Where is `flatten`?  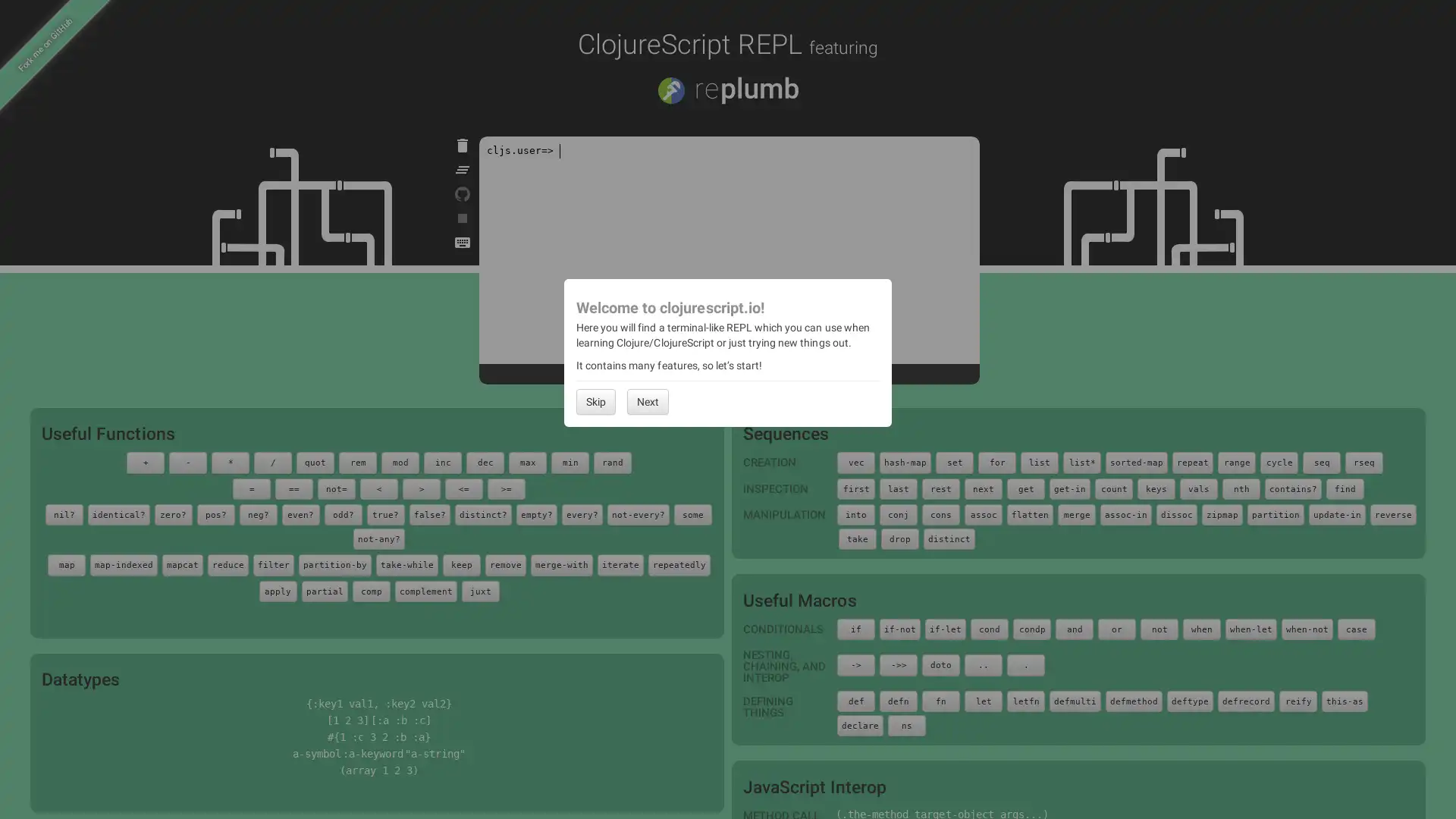
flatten is located at coordinates (1030, 513).